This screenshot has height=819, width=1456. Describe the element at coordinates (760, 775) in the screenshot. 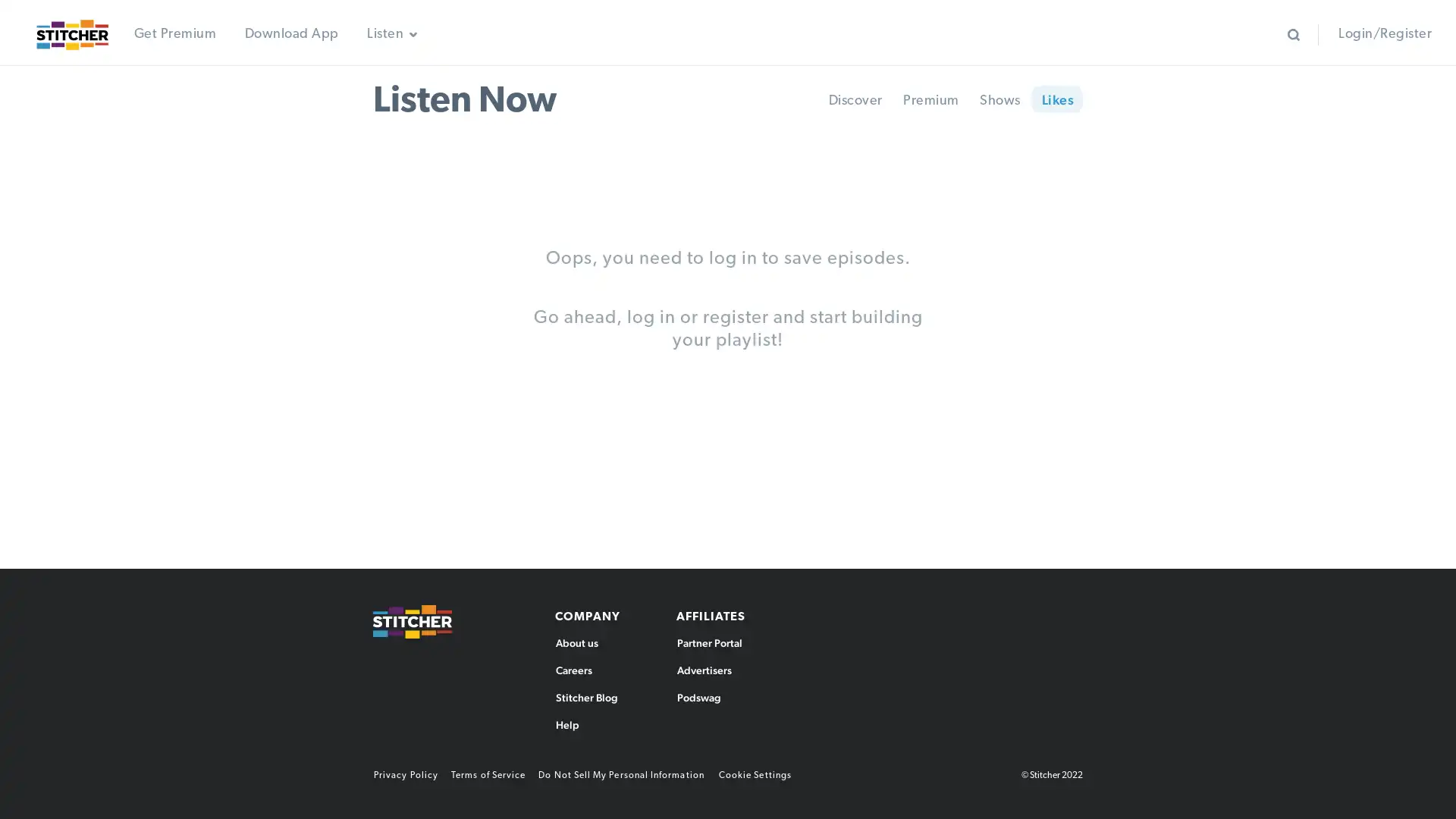

I see `Cookie Settings` at that location.